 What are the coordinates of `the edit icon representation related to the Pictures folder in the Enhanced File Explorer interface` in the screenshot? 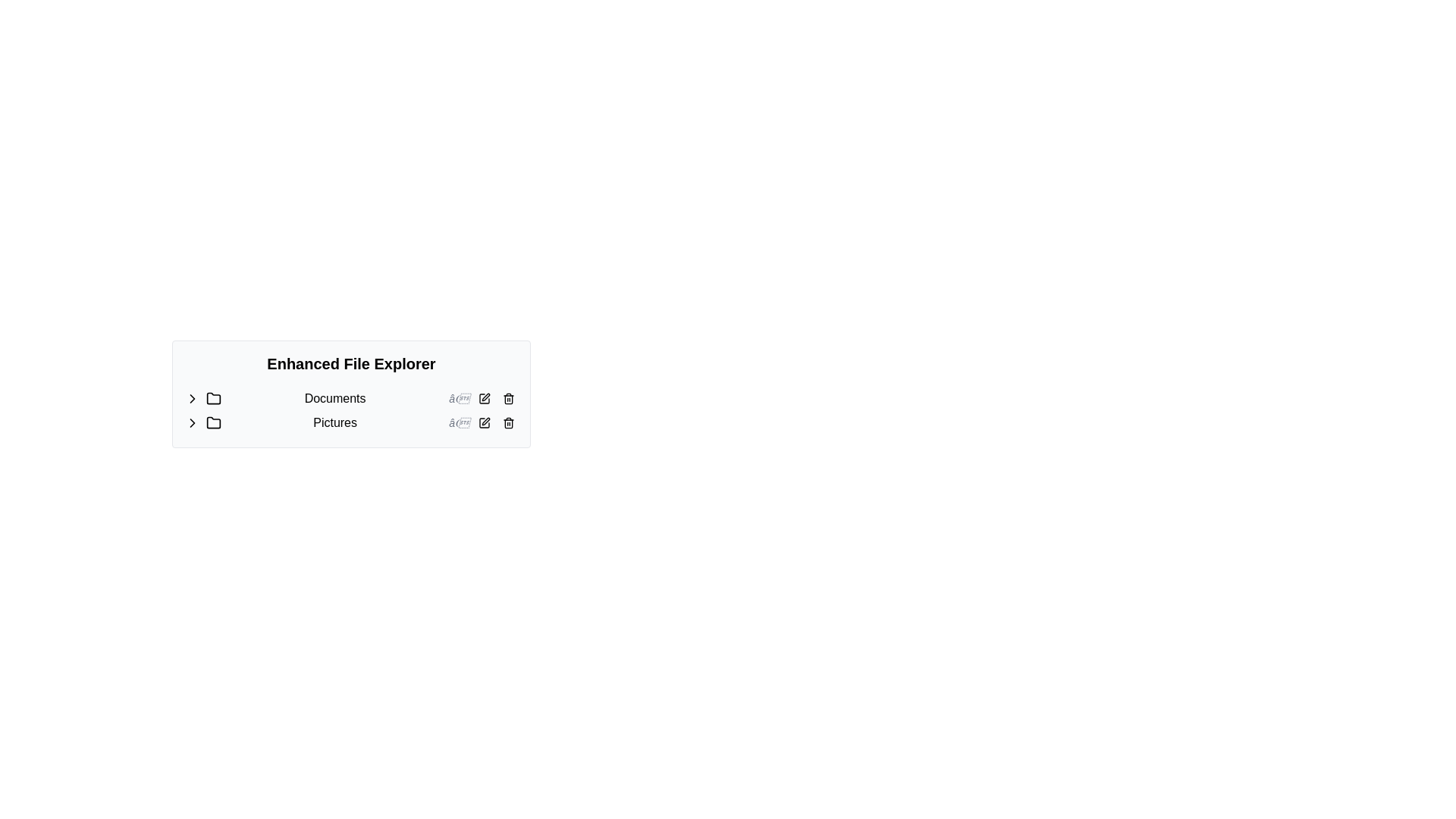 It's located at (483, 423).